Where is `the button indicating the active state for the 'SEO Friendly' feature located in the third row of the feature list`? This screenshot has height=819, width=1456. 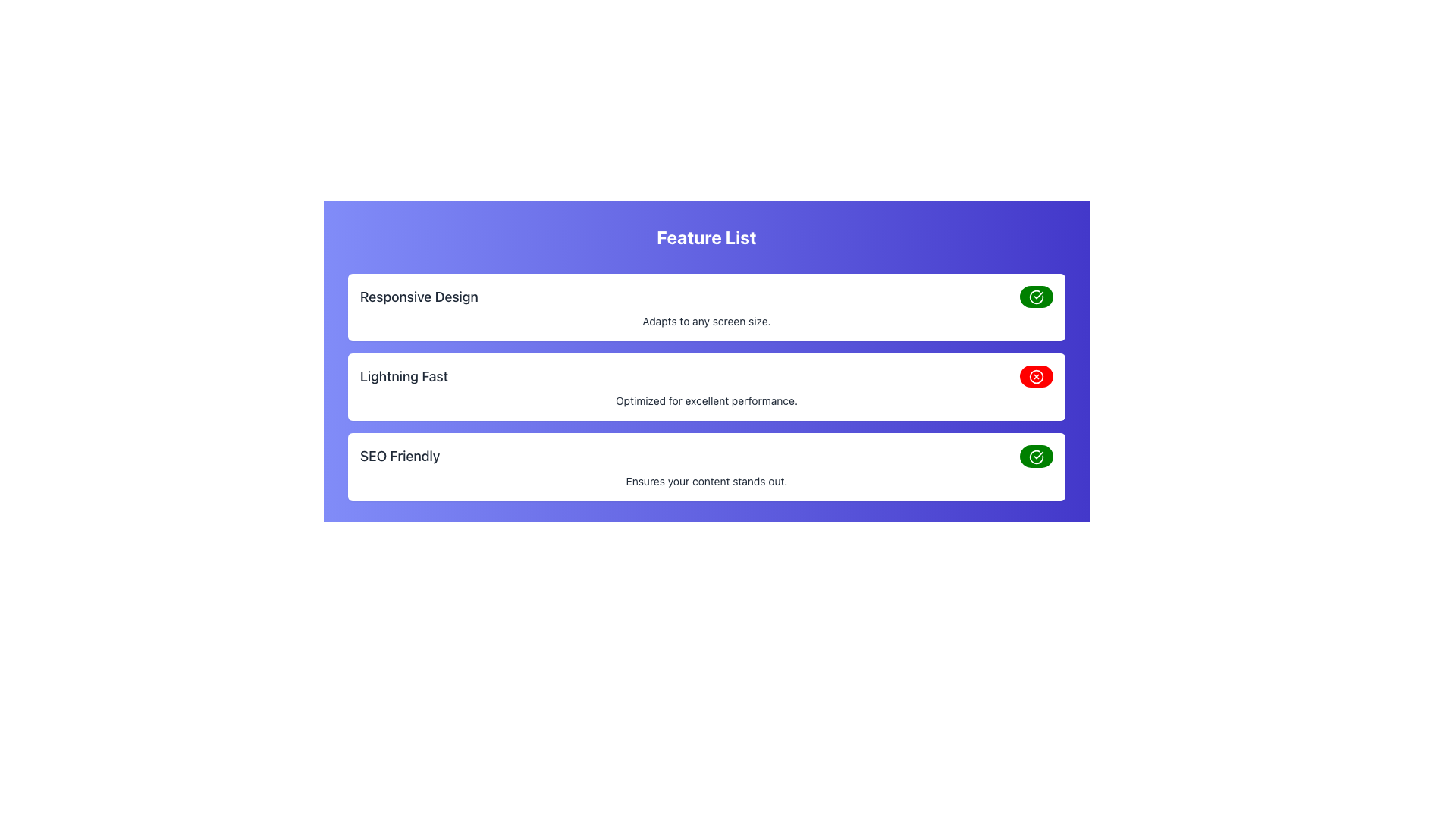 the button indicating the active state for the 'SEO Friendly' feature located in the third row of the feature list is located at coordinates (1036, 455).